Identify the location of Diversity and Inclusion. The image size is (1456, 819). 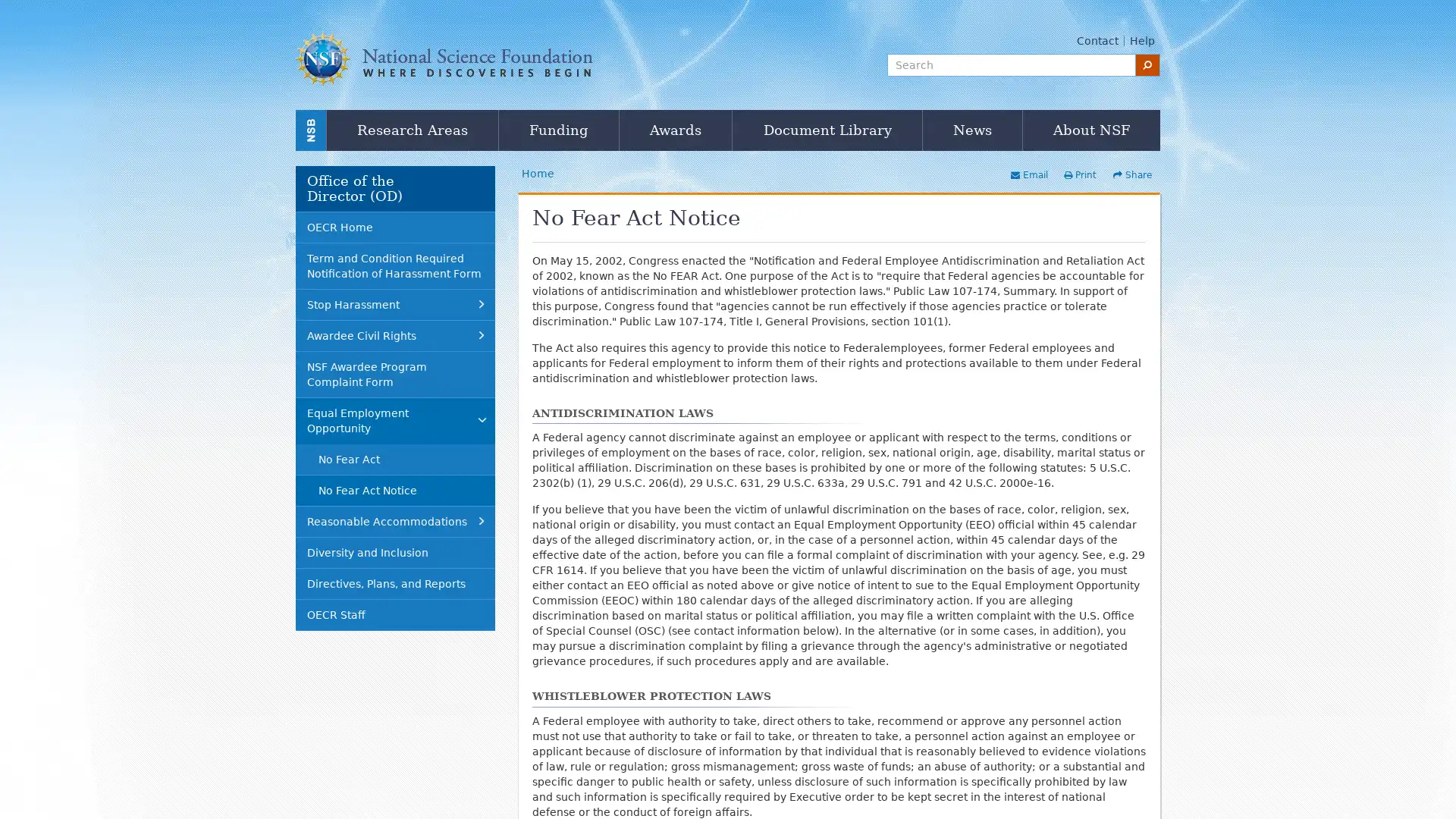
(395, 552).